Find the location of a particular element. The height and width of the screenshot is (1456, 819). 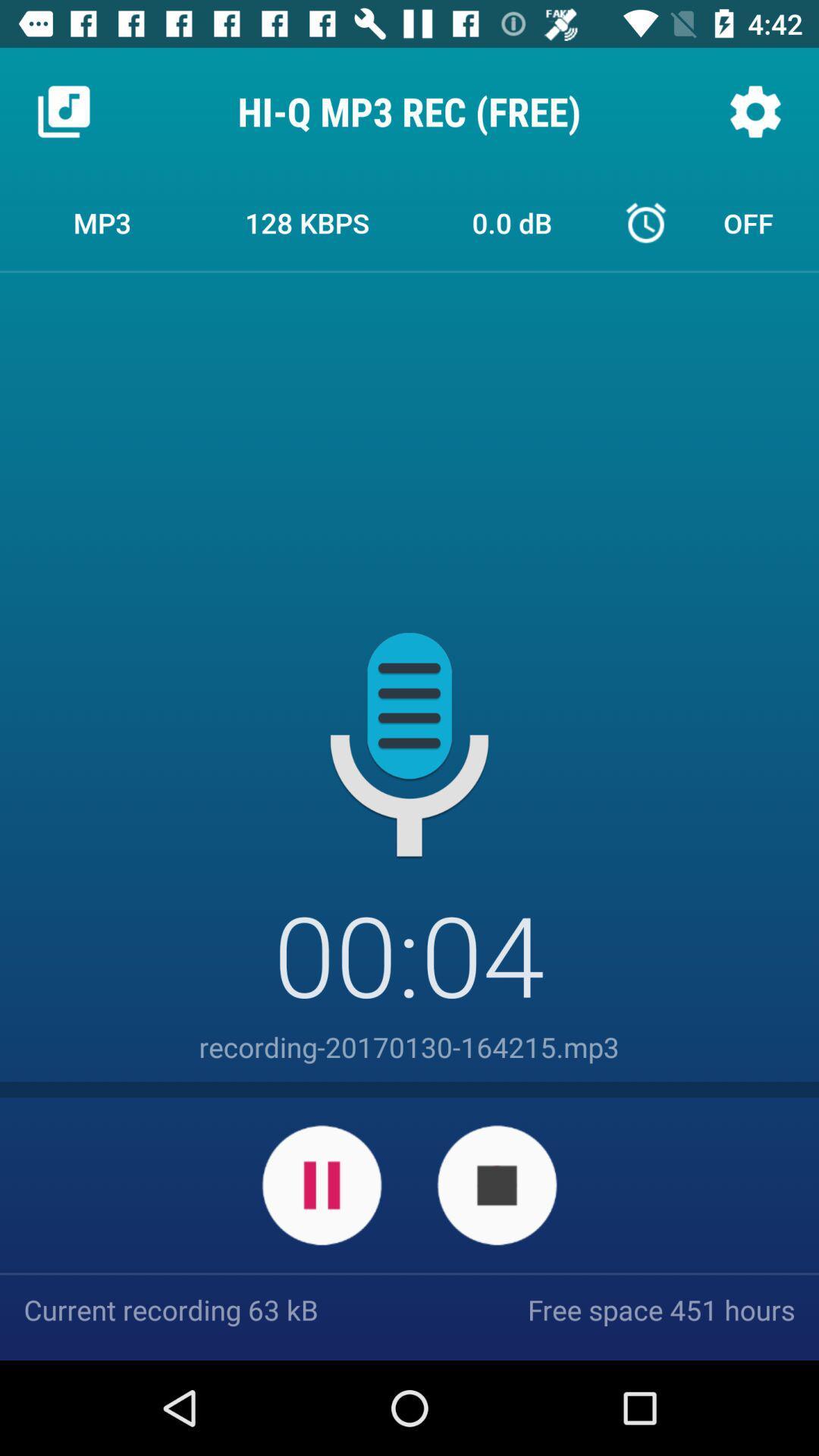

the item to the right of the 0.0 db is located at coordinates (717, 221).